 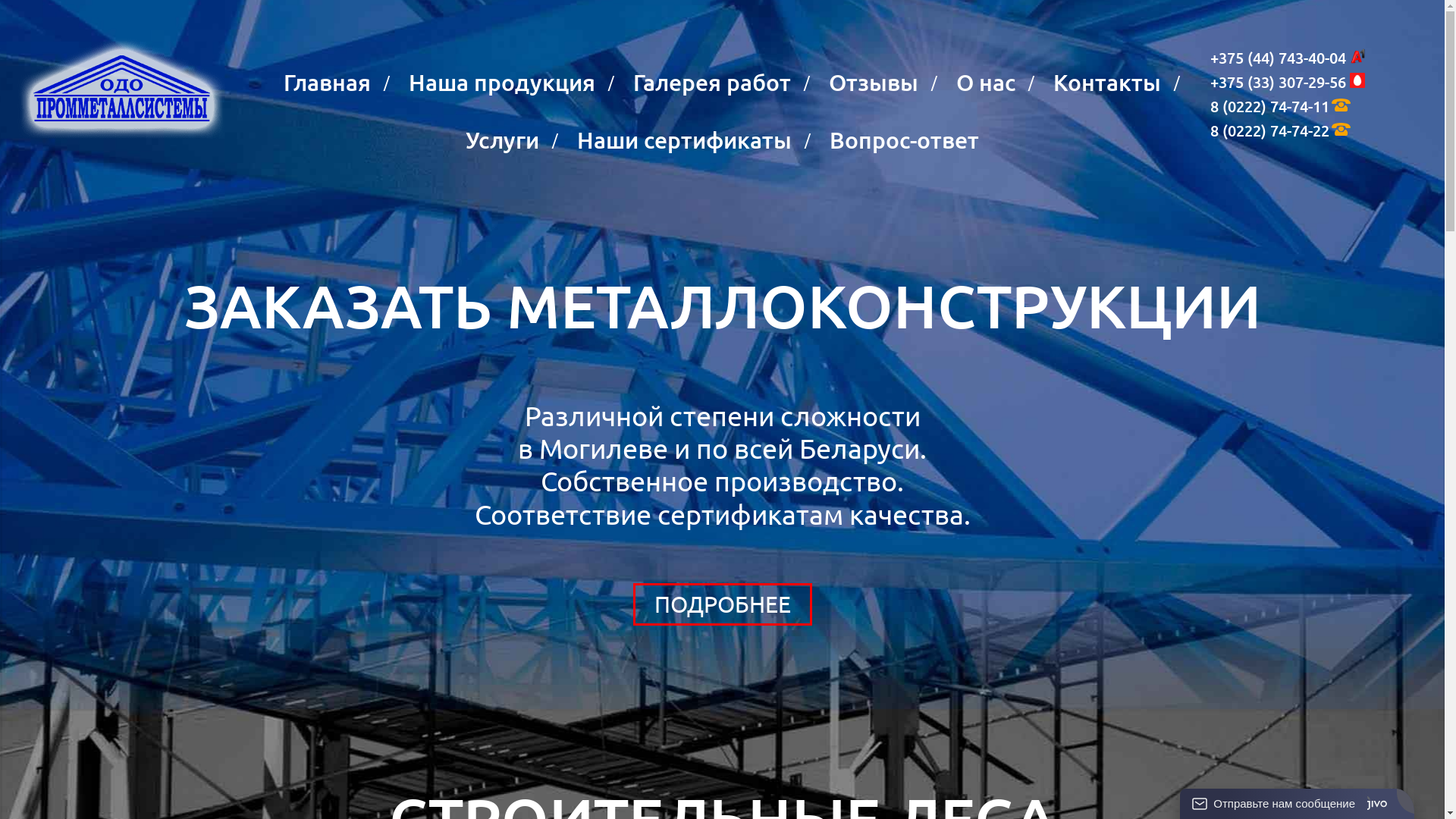 What do you see at coordinates (1210, 57) in the screenshot?
I see `'+375 (44) 743-40-04'` at bounding box center [1210, 57].